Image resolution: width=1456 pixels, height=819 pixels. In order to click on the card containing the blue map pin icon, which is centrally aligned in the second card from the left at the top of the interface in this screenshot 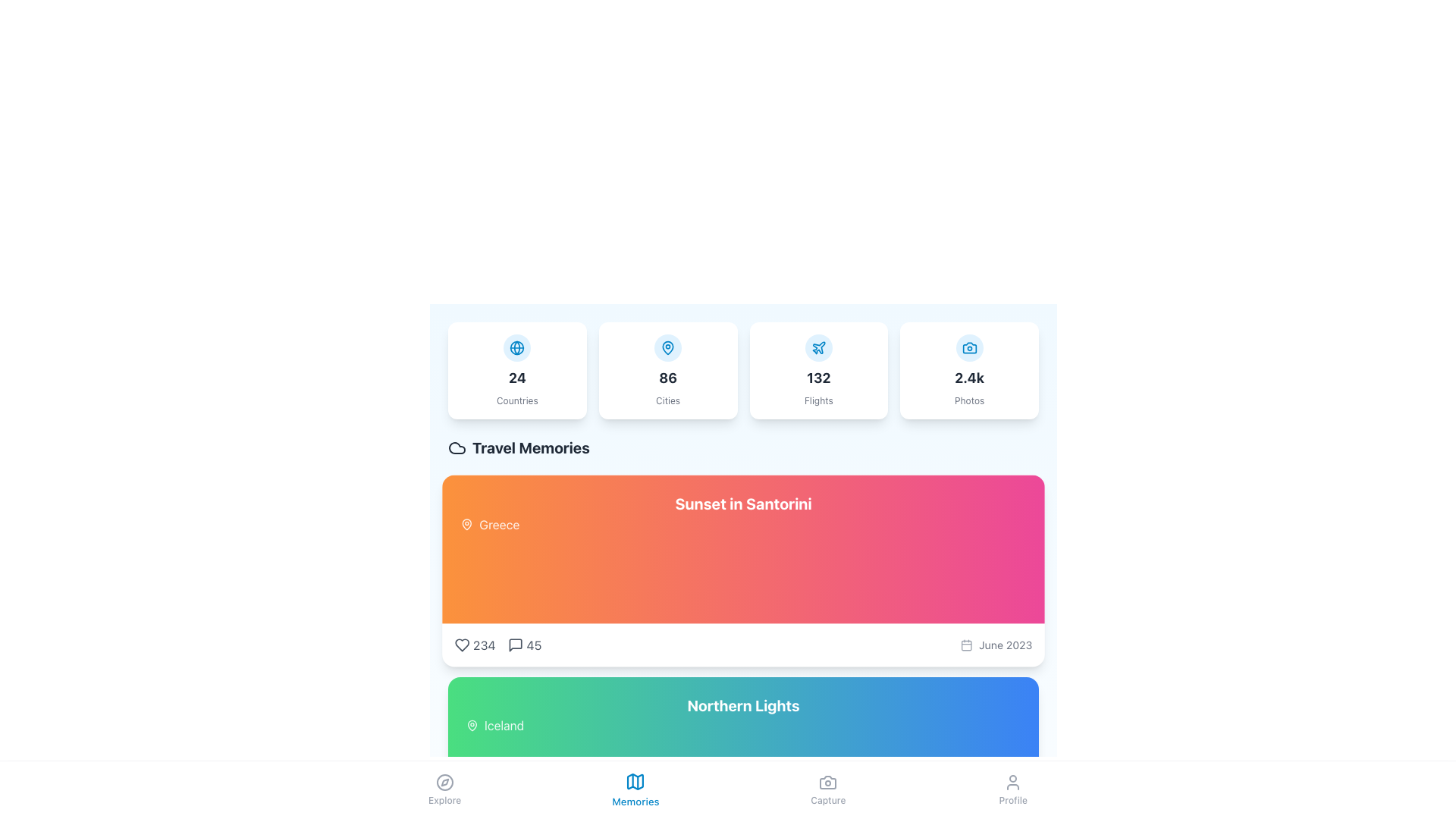, I will do `click(667, 348)`.